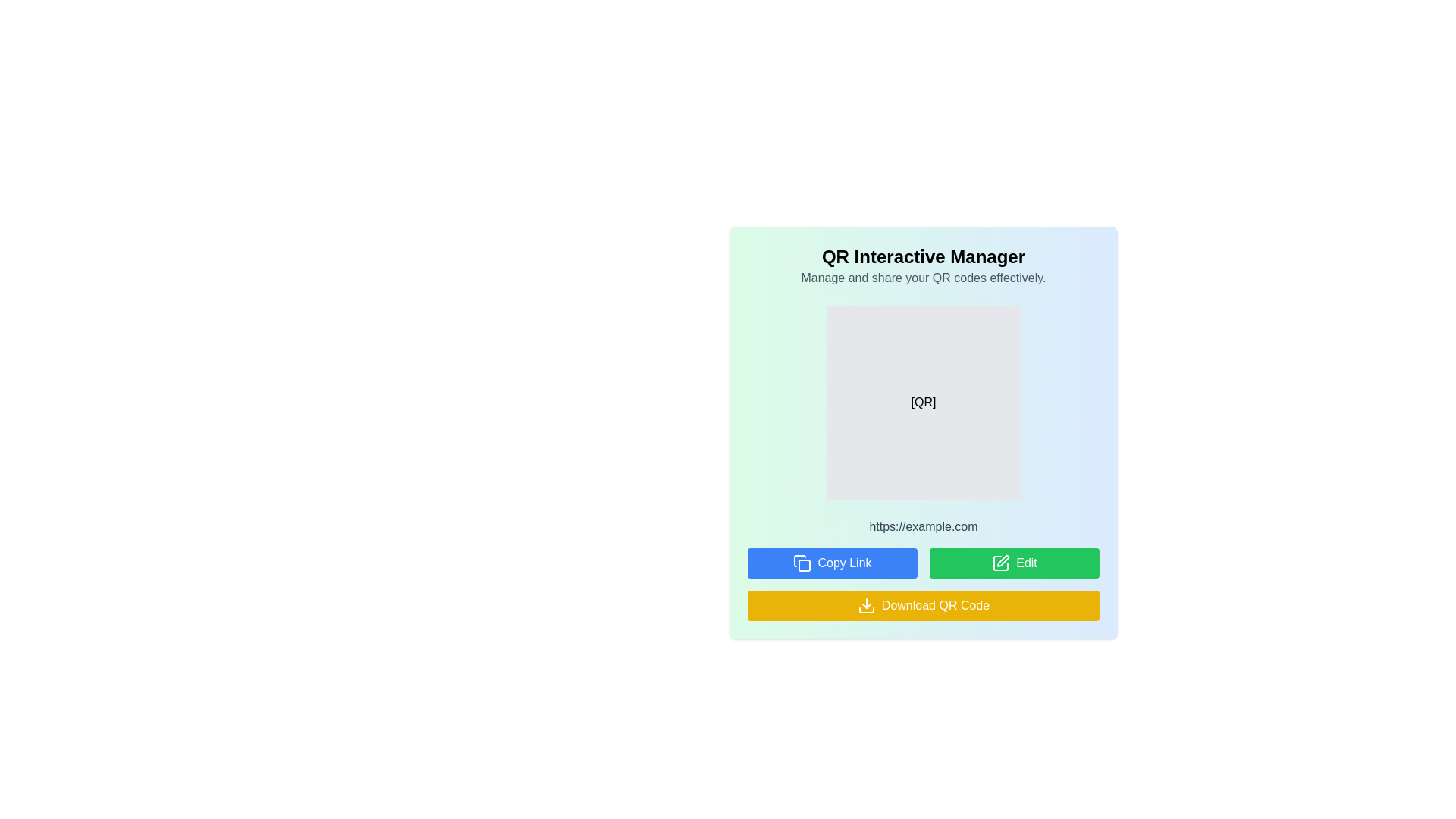  Describe the element at coordinates (799, 561) in the screenshot. I see `the 'Copy Link' graphical icon located within the leftmost button of three horizontally aligned buttons at the bottom of the card` at that location.